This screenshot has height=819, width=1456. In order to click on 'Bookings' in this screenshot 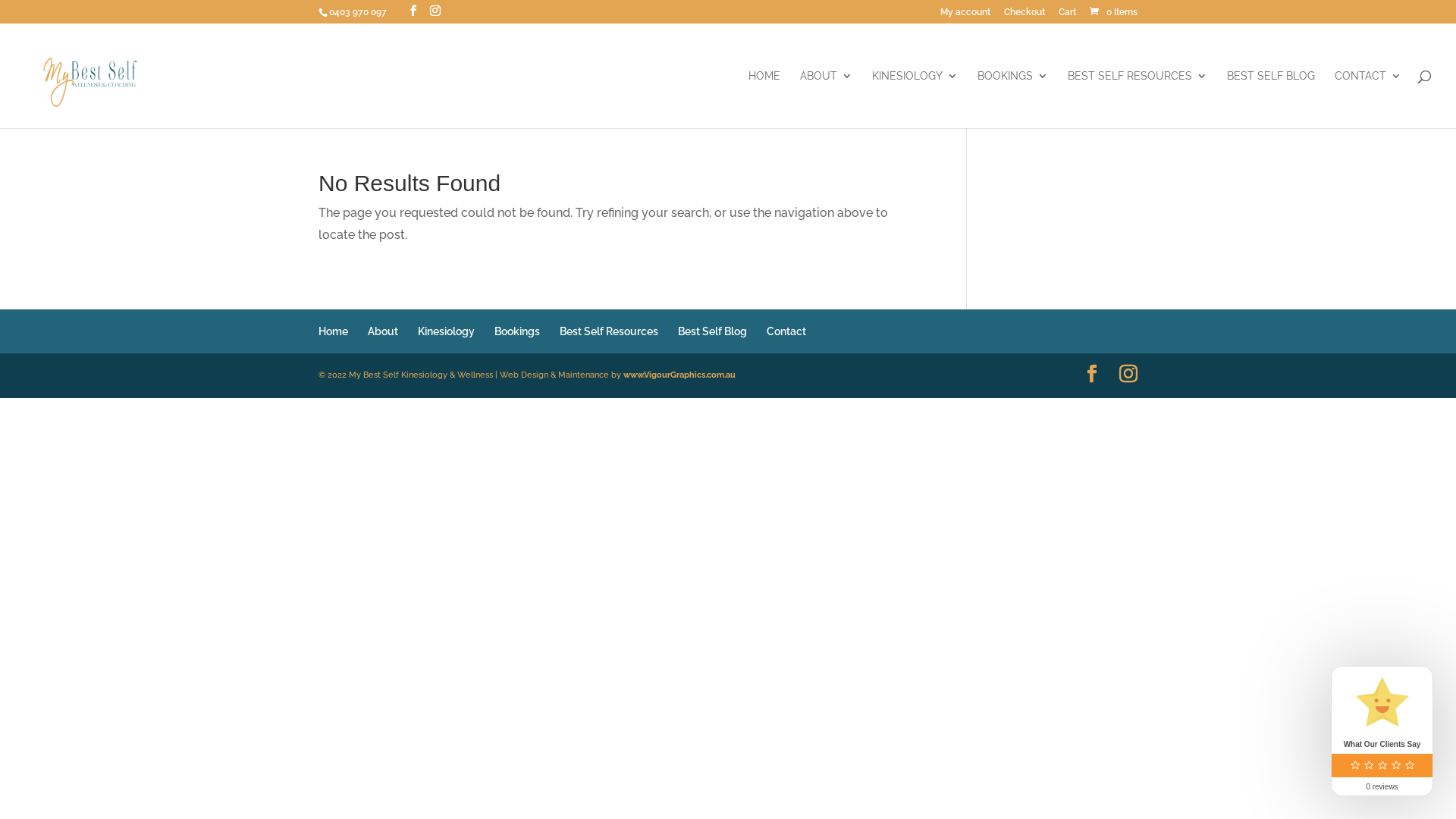, I will do `click(516, 330)`.